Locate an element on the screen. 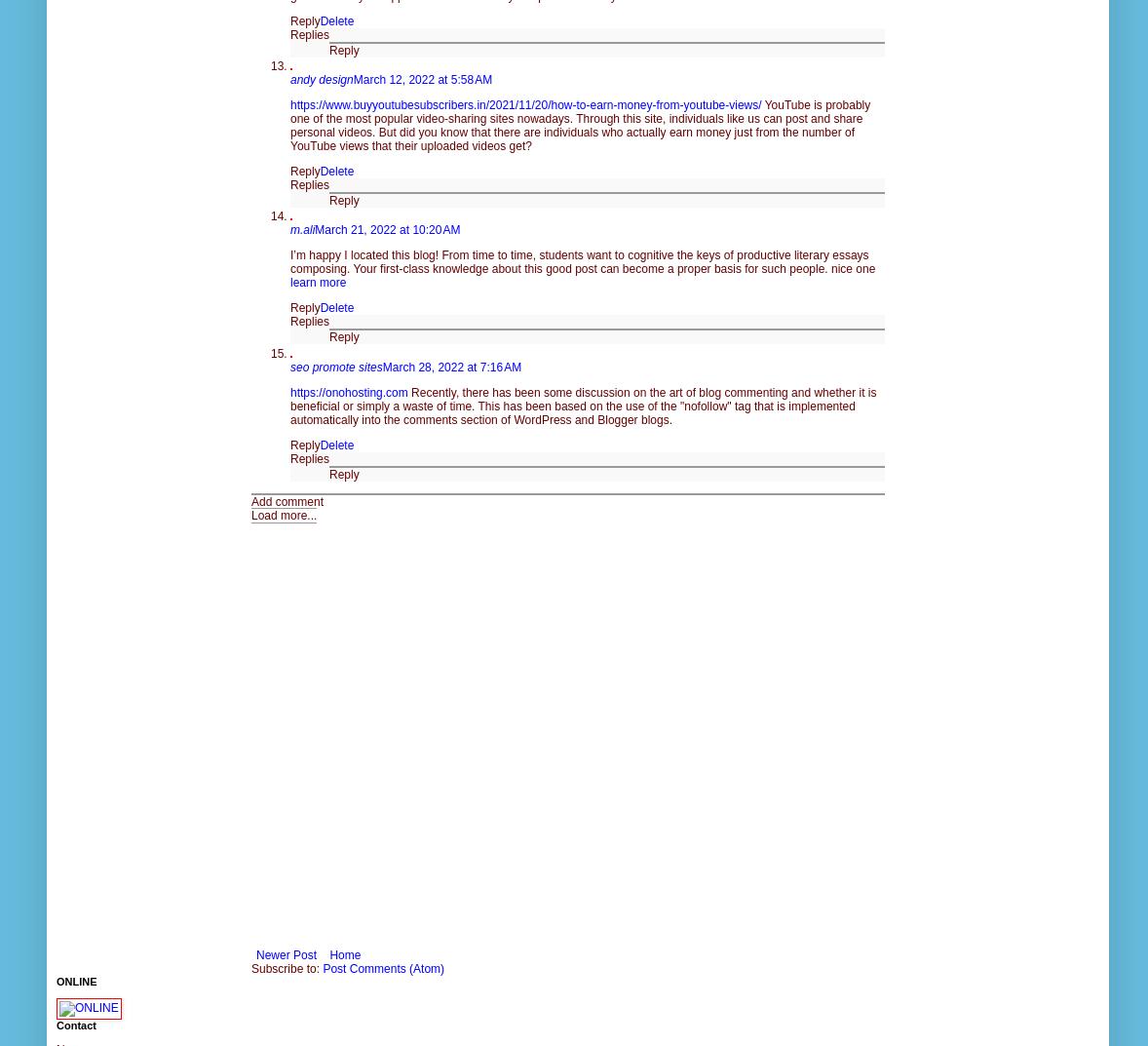  'March 12, 2022 at 5:58 AM' is located at coordinates (422, 79).